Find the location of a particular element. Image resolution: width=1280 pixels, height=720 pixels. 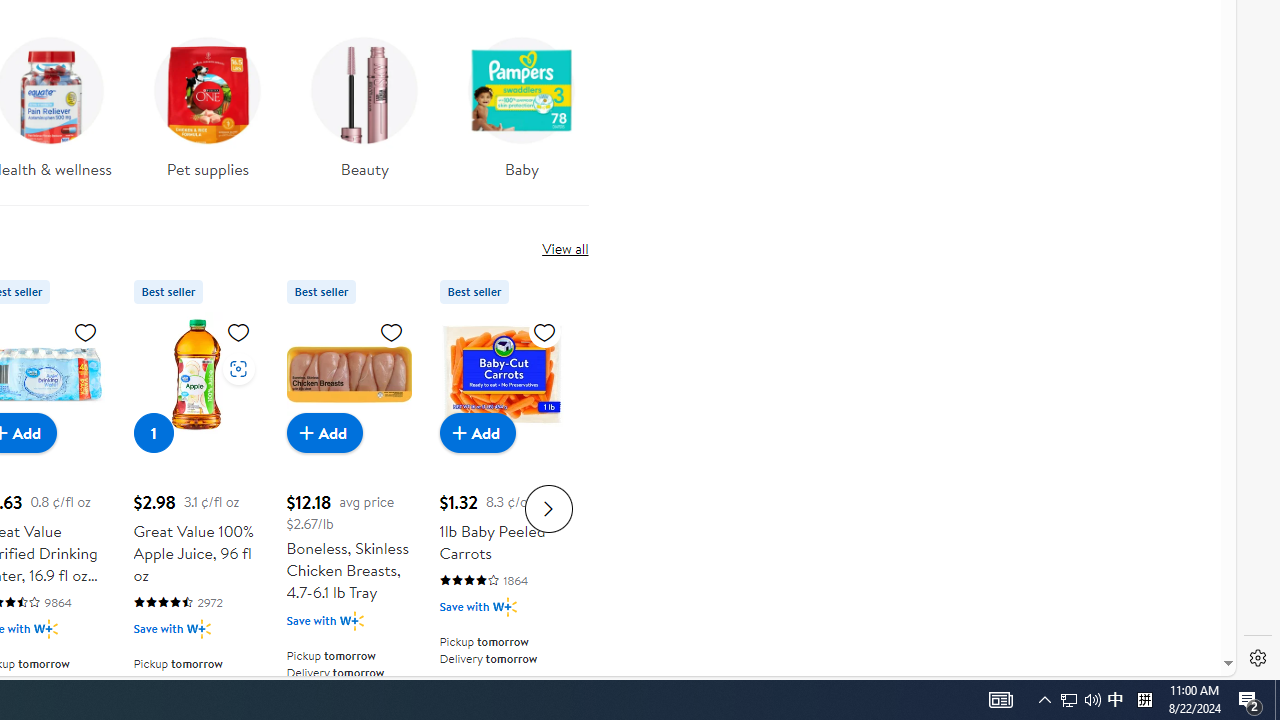

'Pet supplies' is located at coordinates (208, 114).